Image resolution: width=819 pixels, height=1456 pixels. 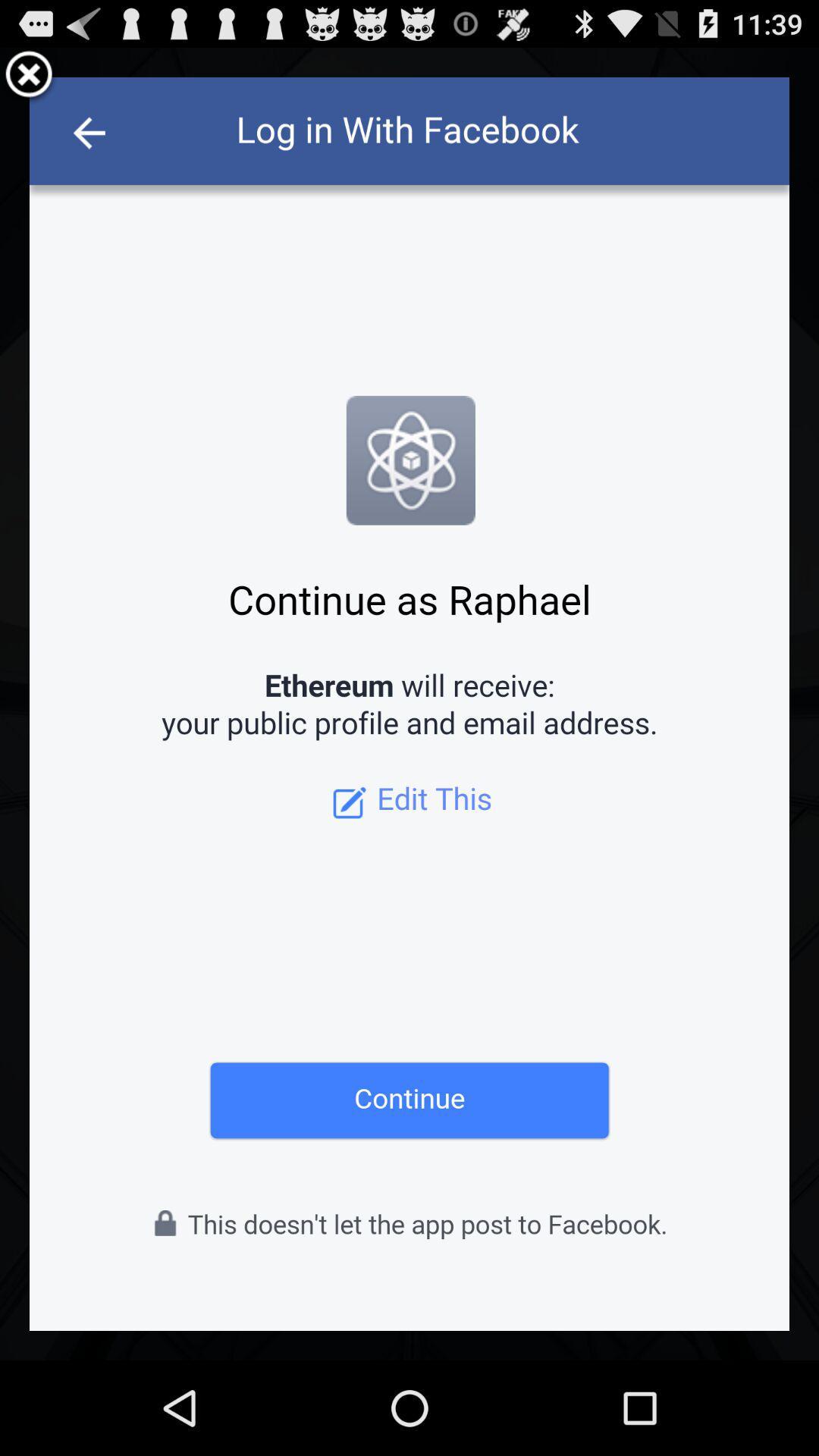 What do you see at coordinates (29, 81) in the screenshot?
I see `the close icon` at bounding box center [29, 81].